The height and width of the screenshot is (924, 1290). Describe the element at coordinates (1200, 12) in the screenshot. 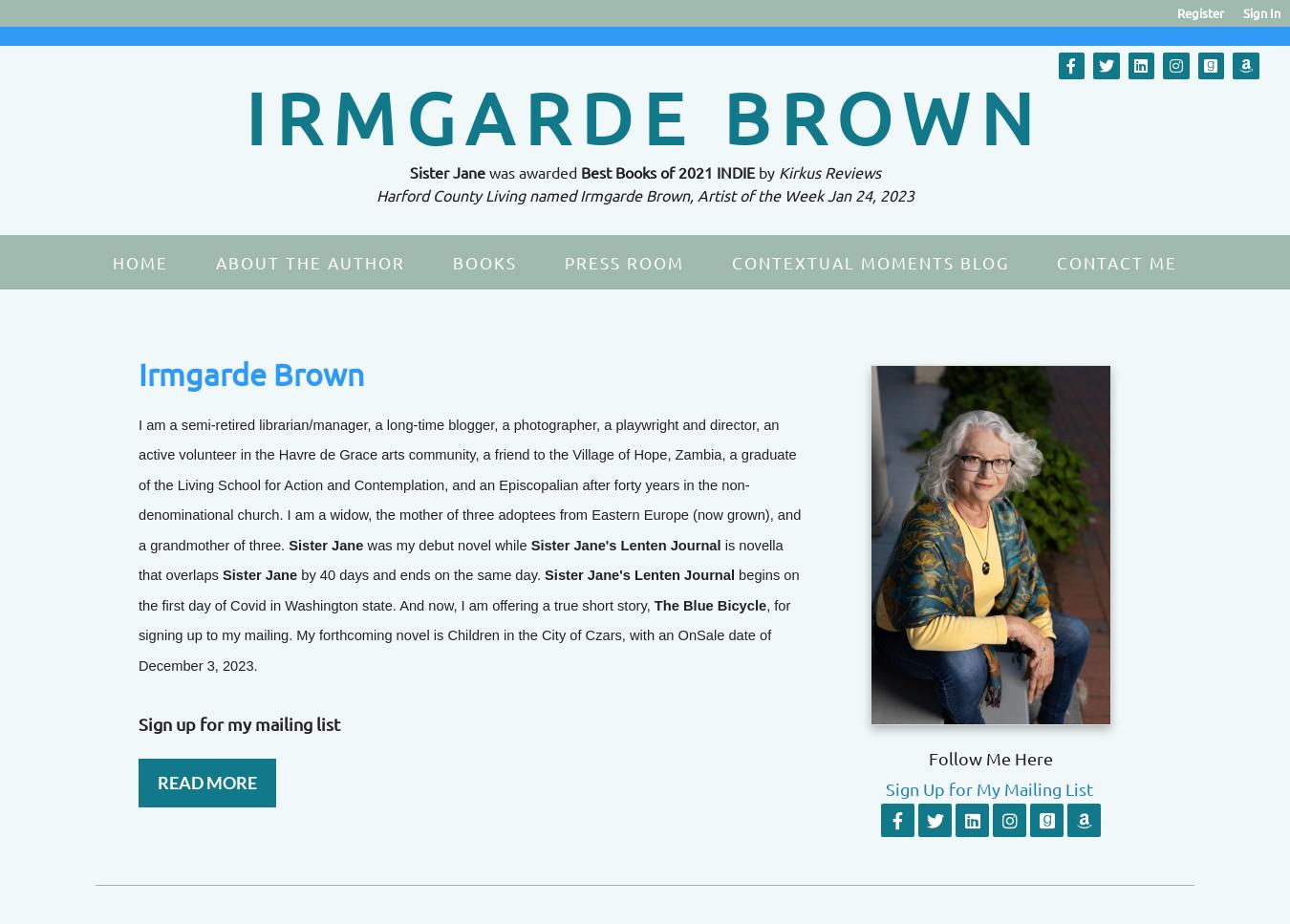

I see `'Register'` at that location.